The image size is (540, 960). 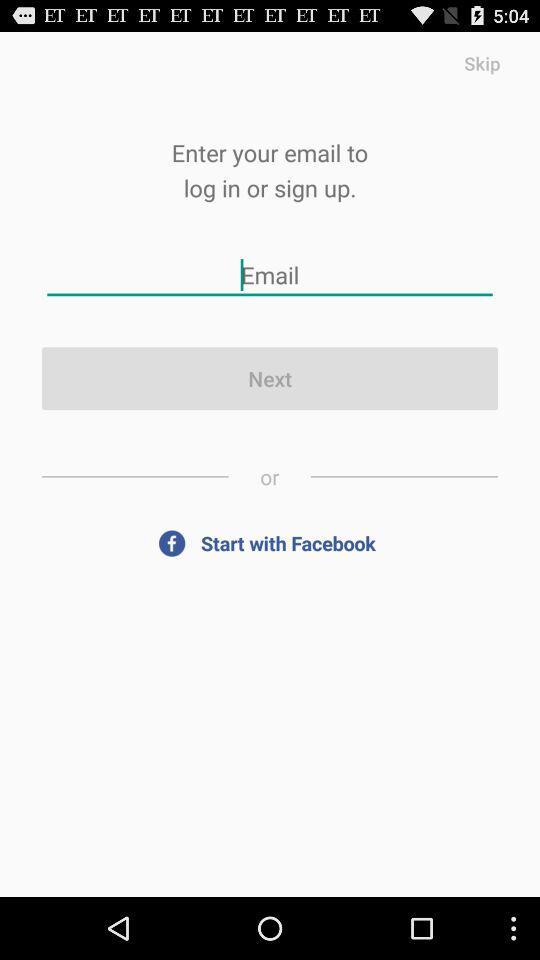 I want to click on the next item, so click(x=270, y=377).